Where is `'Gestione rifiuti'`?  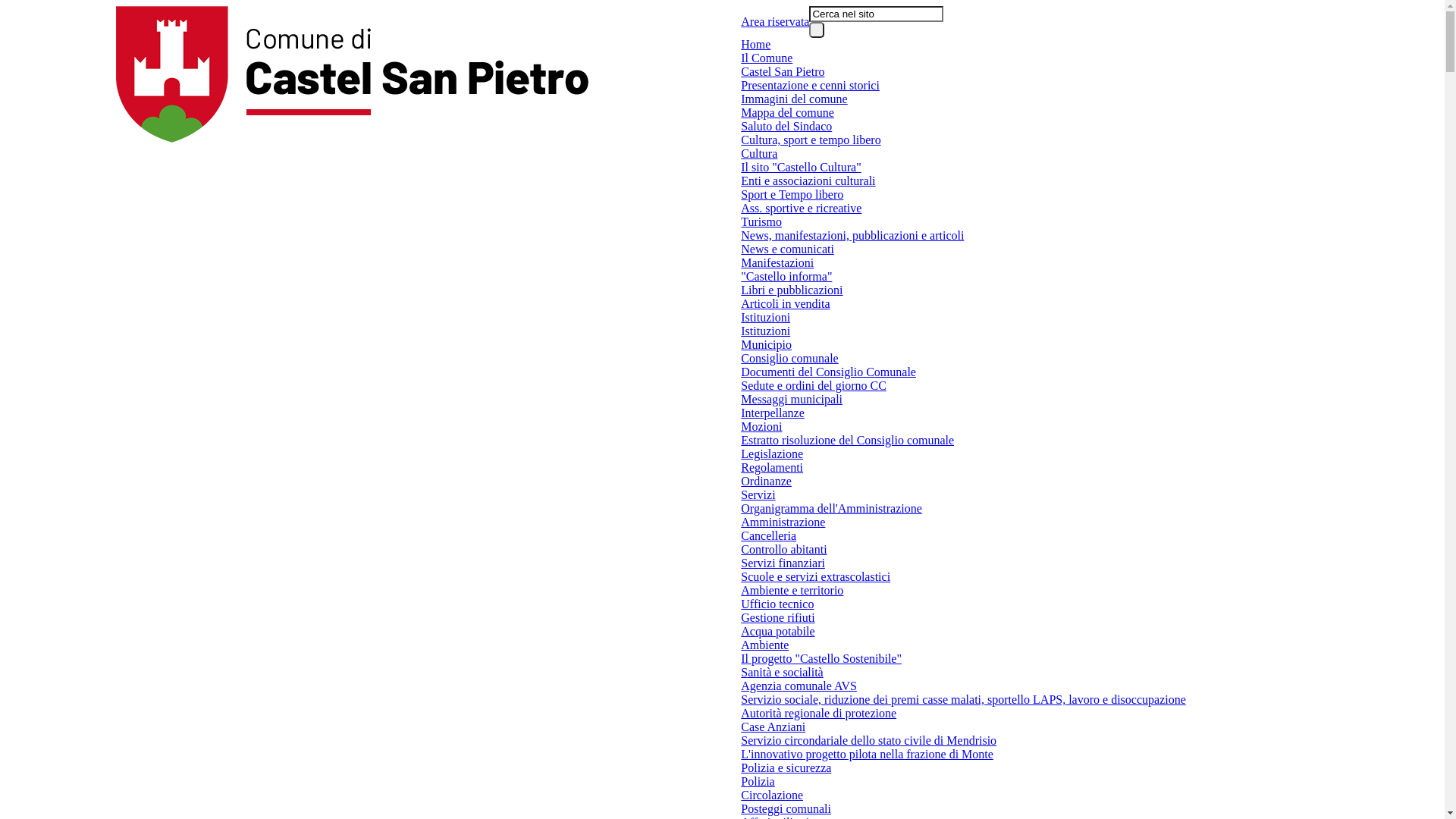
'Gestione rifiuti' is located at coordinates (741, 617).